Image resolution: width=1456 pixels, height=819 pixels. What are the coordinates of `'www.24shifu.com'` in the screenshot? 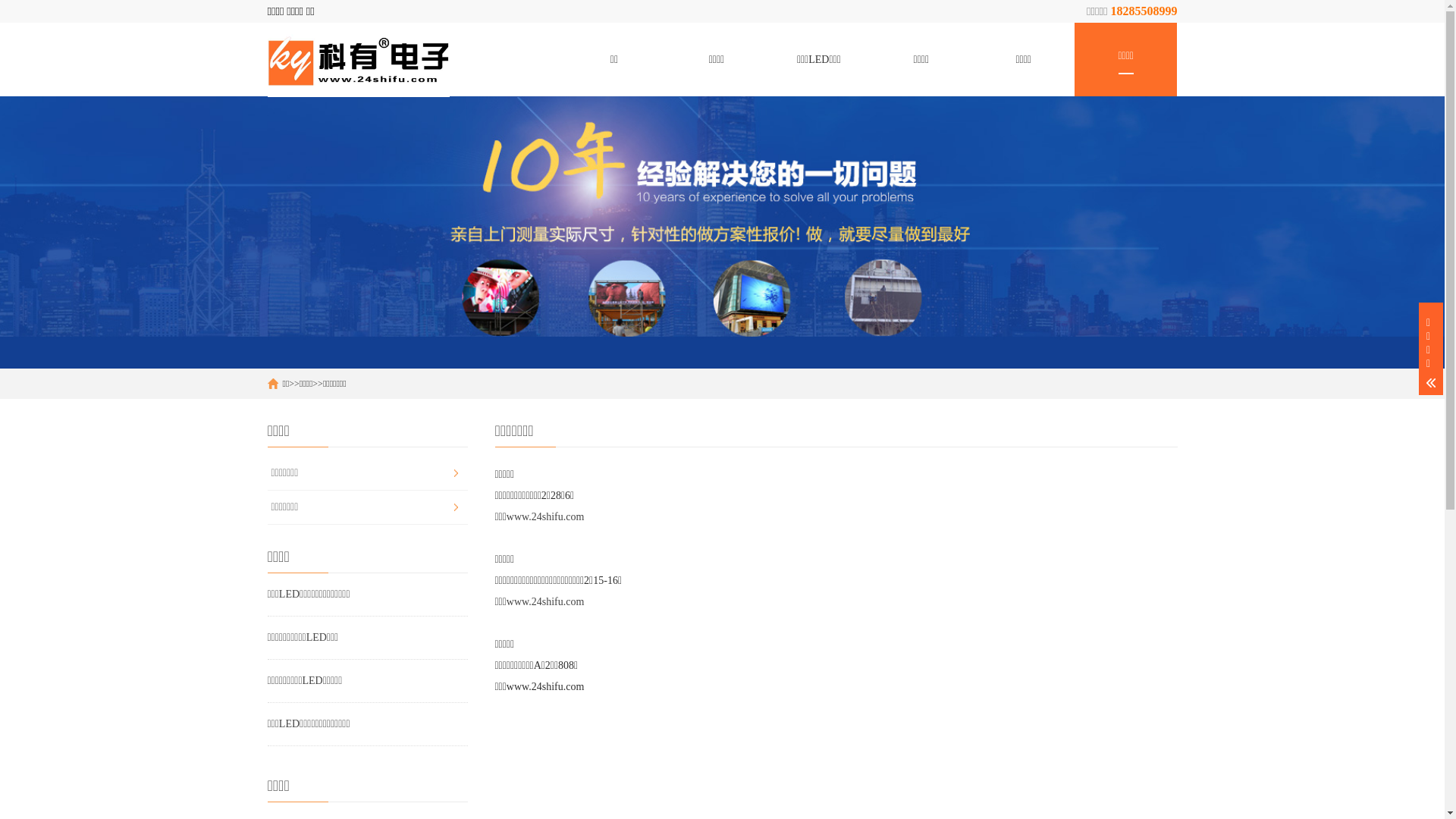 It's located at (545, 516).